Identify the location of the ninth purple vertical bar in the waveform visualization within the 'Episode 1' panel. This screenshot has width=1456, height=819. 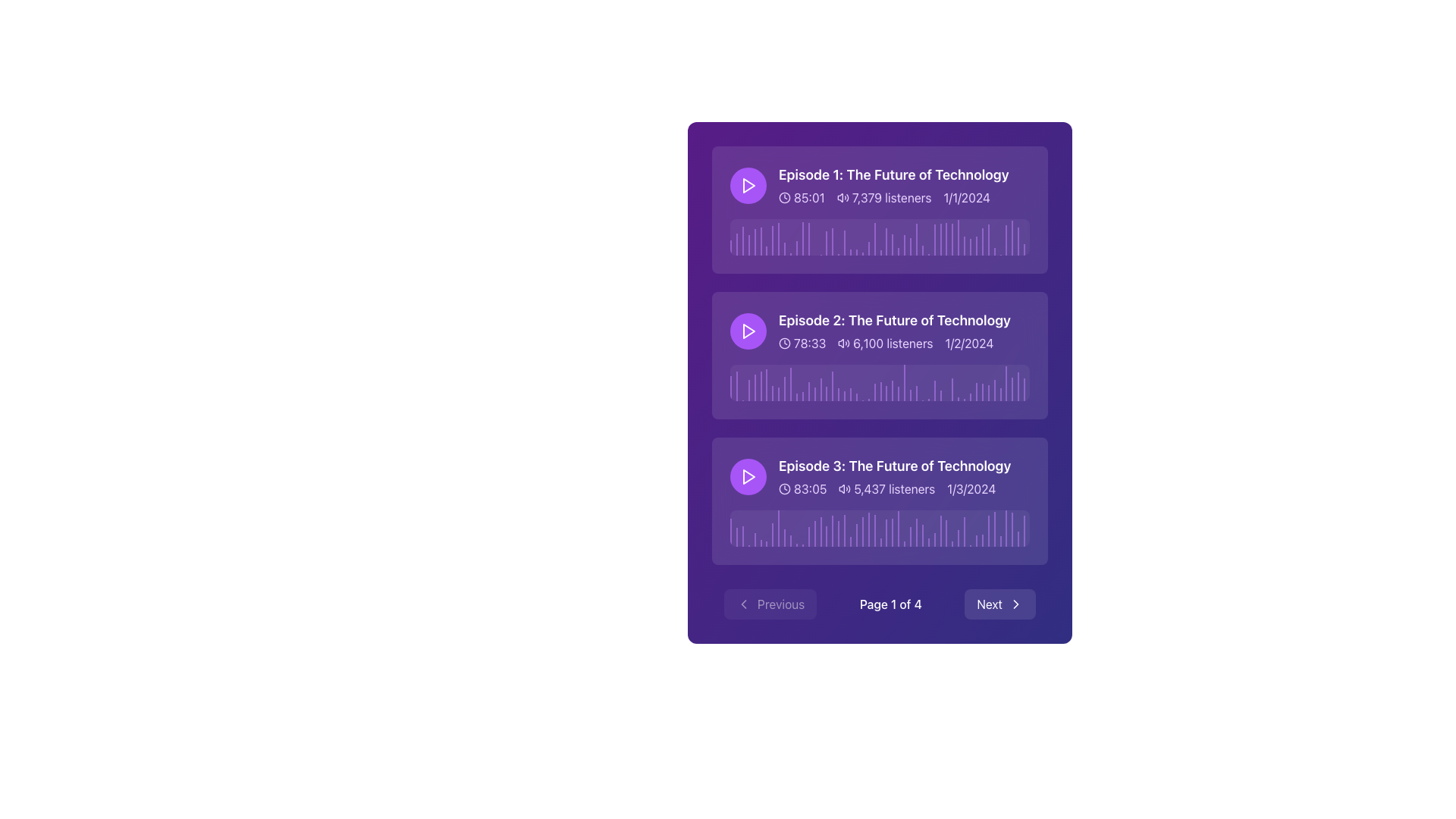
(779, 239).